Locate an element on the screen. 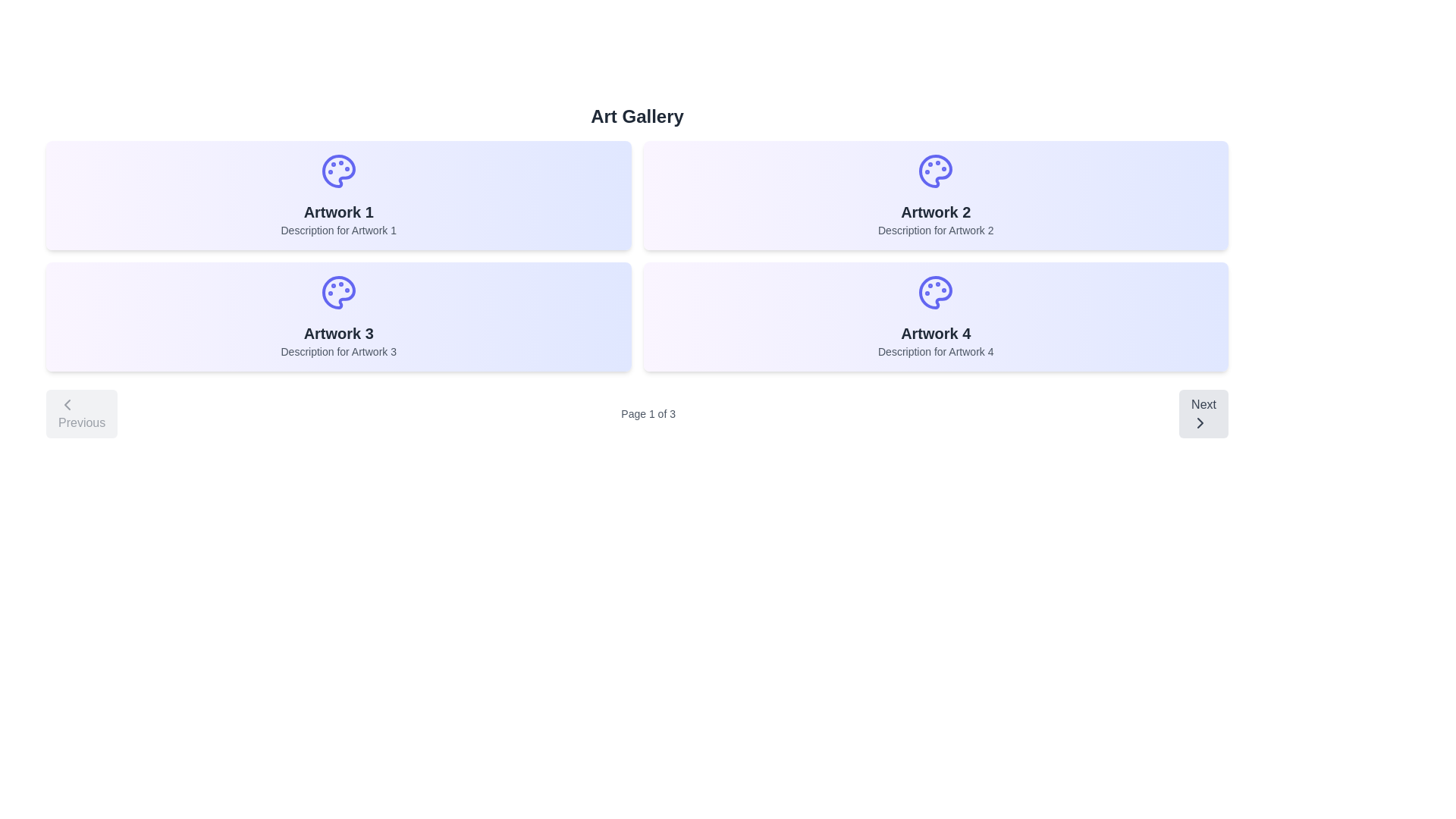 Image resolution: width=1456 pixels, height=819 pixels. the icon resembling an artist's palette, which is centrally placed within the card titled 'Artwork 2' is located at coordinates (935, 171).